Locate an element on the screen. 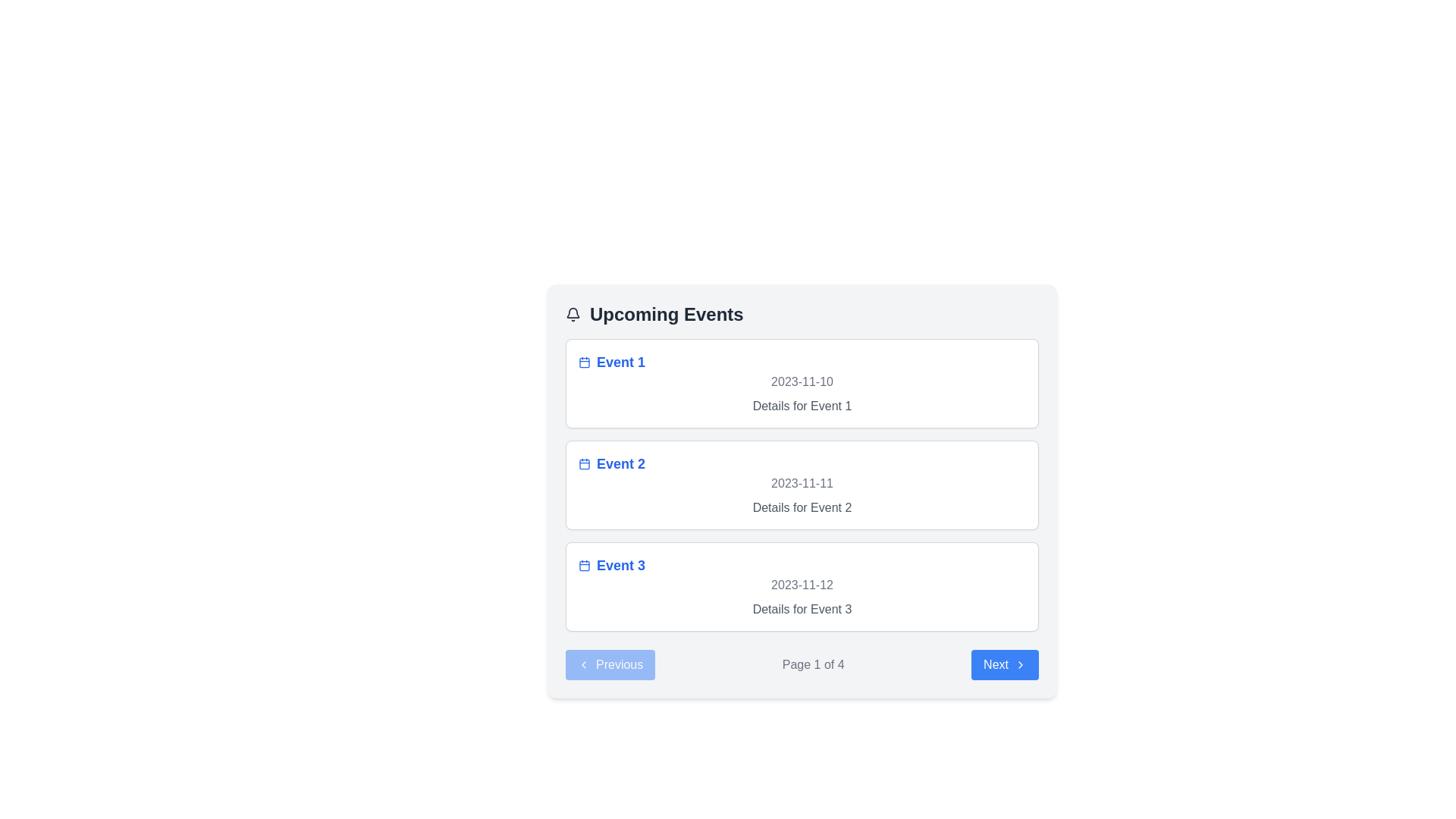  the text label providing information about 'Event 1', positioned below the event date '2023-11-10' in the first event card of the 'Upcoming Events' list is located at coordinates (801, 406).